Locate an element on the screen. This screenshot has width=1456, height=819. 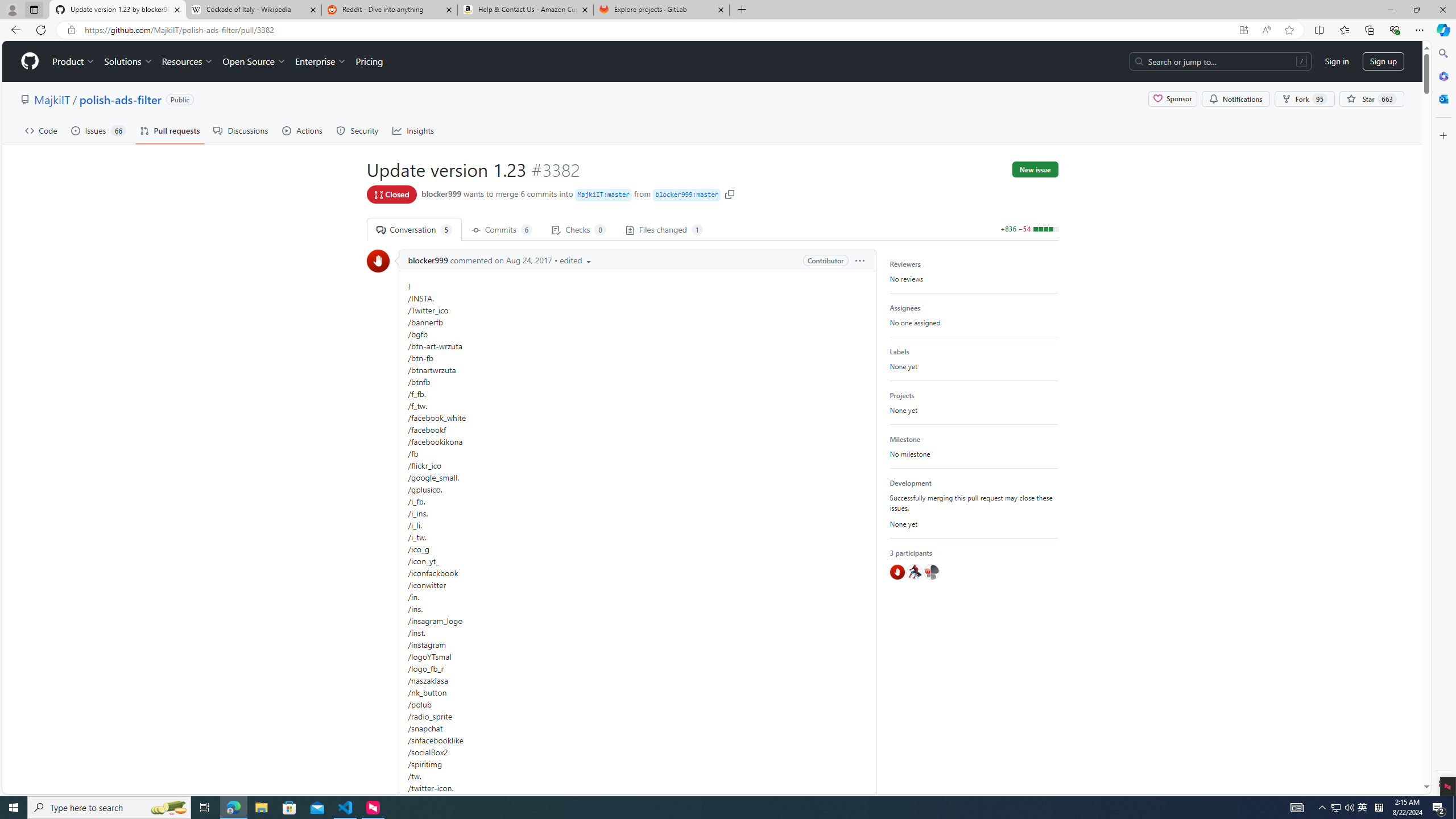
'MajkiIT' is located at coordinates (51, 98).